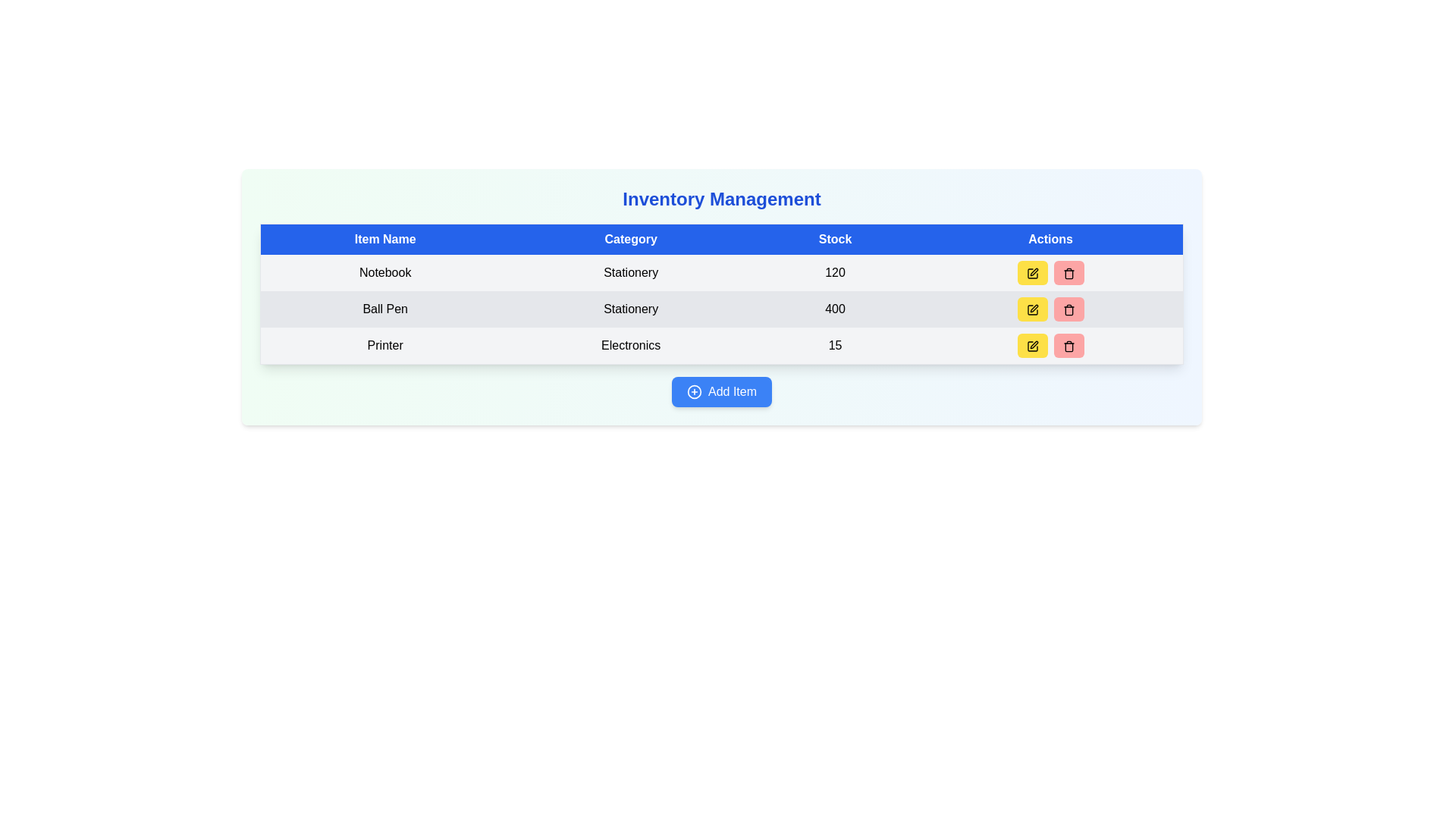 This screenshot has width=1456, height=819. What do you see at coordinates (1033, 307) in the screenshot?
I see `the edit icon, which is a small pen or pencil inside a yellow square button located in the third row under the 'Actions' column` at bounding box center [1033, 307].